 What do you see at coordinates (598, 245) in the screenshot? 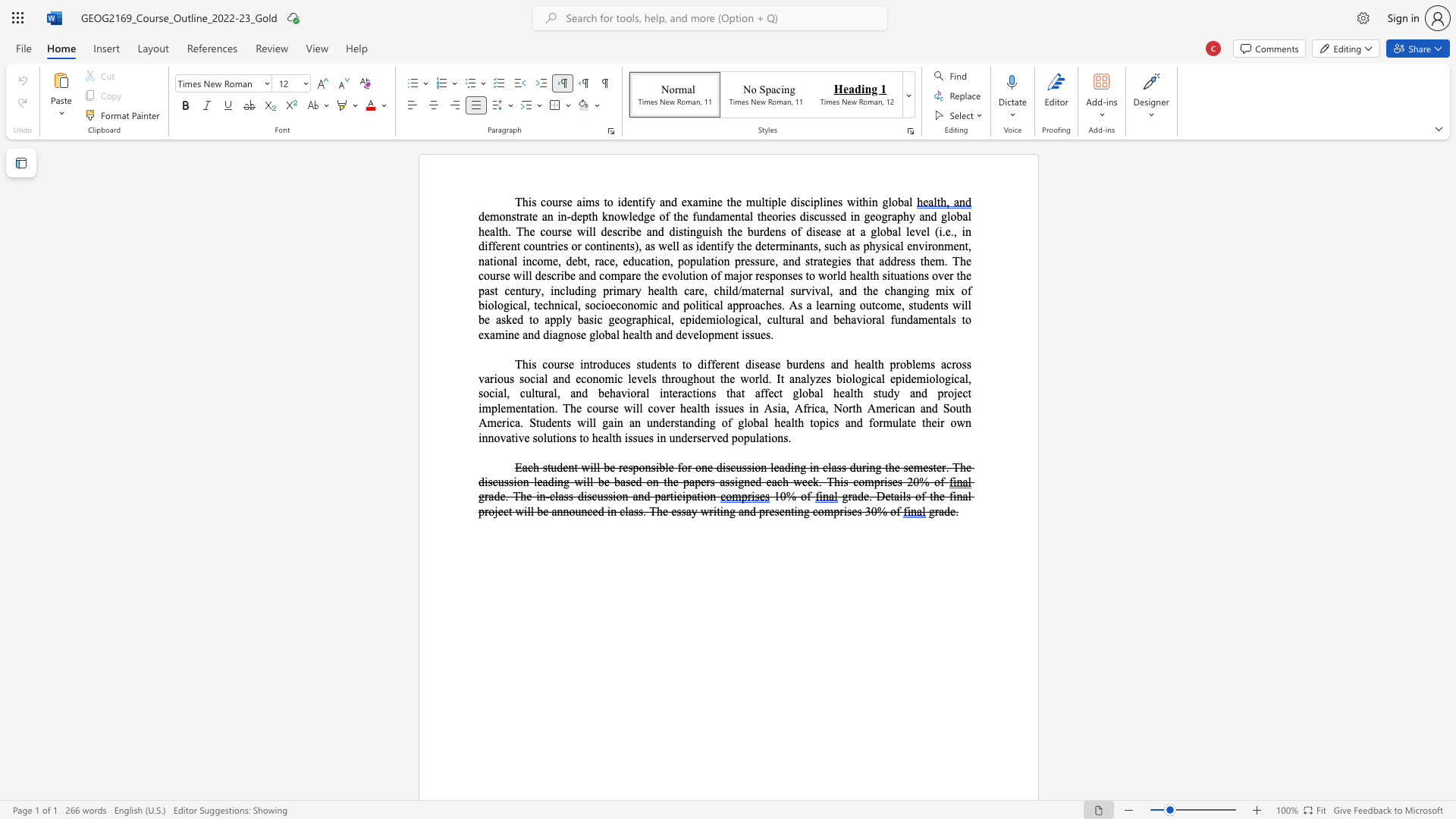
I see `the 1th character "n" in the text` at bounding box center [598, 245].